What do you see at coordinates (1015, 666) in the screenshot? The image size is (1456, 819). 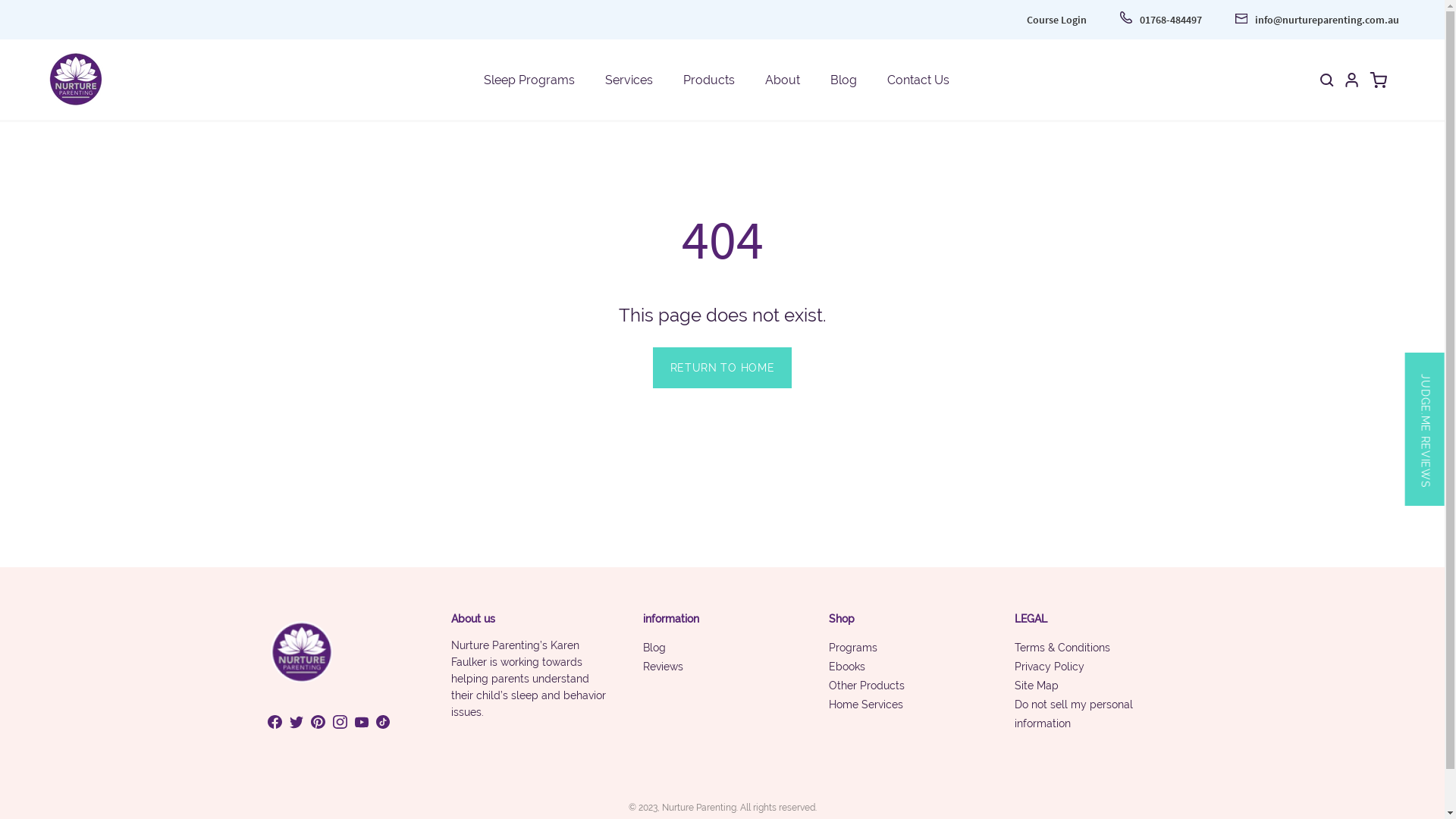 I see `'Privacy Policy'` at bounding box center [1015, 666].